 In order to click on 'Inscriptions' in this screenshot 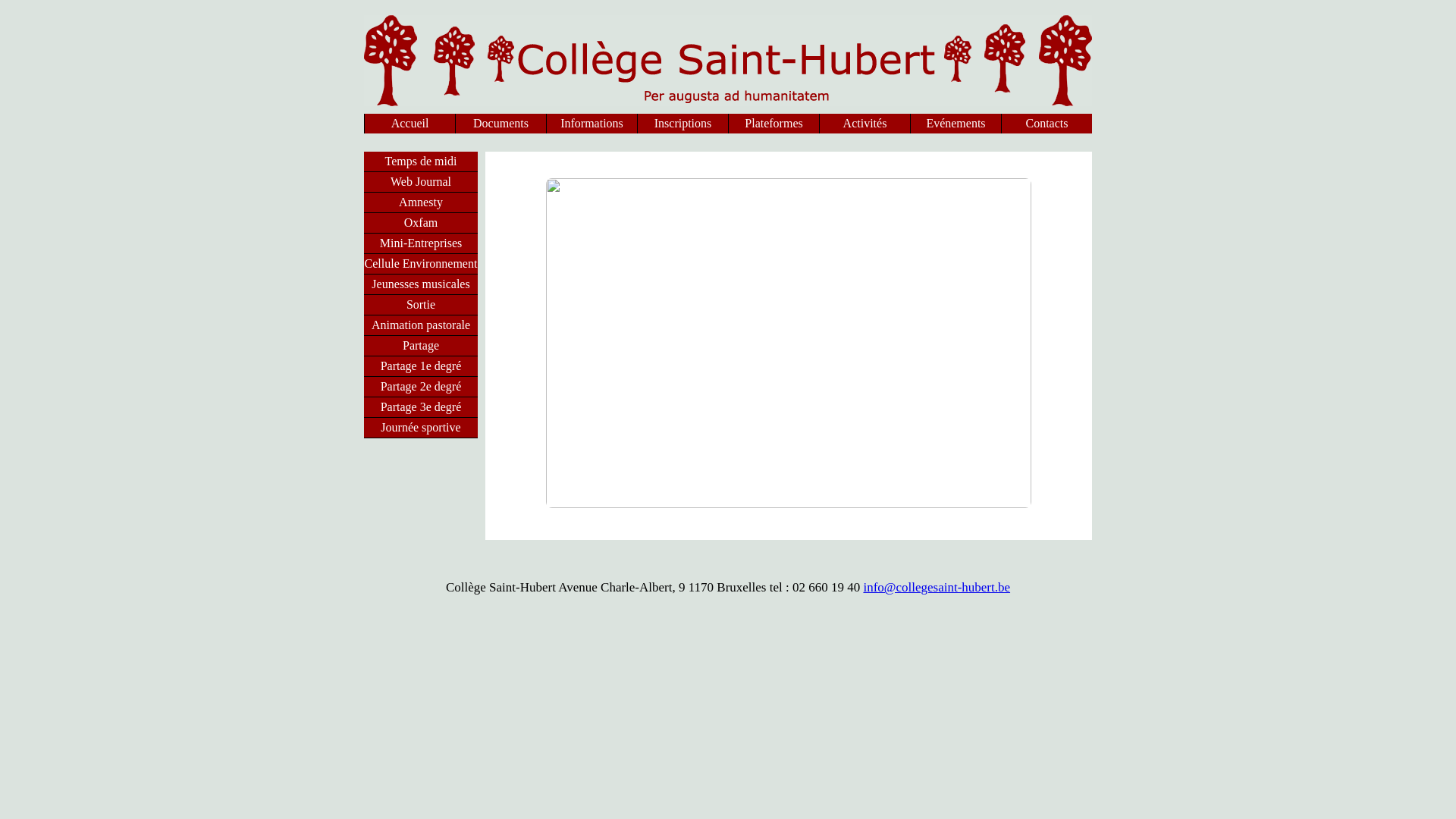, I will do `click(682, 122)`.